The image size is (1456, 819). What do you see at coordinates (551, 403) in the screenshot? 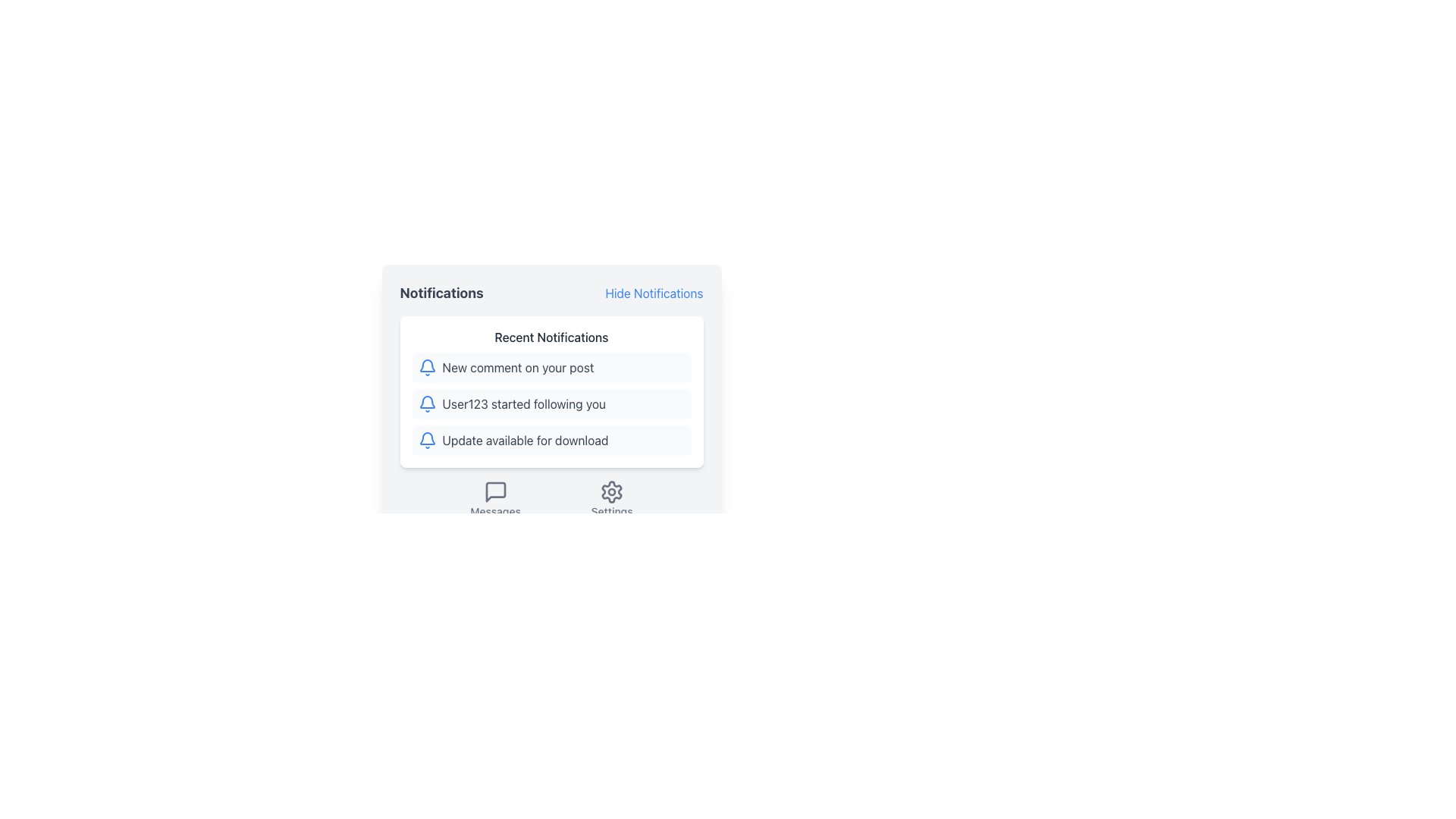
I see `the notification entry that displays 'User123 started following you', which is the second item in the notifications list, featuring a blue bell icon on the left and a light gray background` at bounding box center [551, 403].